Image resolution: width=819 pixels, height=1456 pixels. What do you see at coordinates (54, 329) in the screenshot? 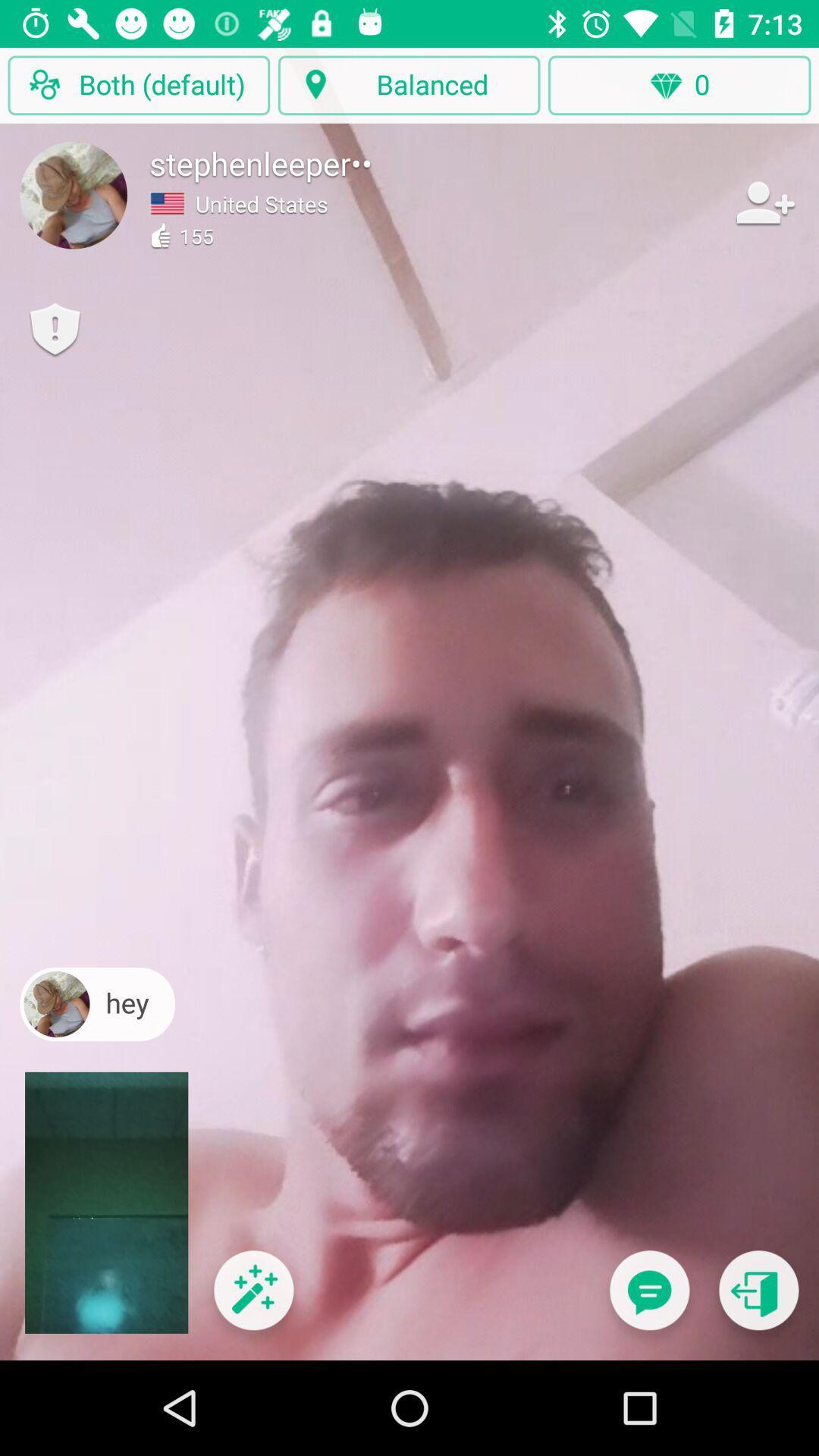
I see `the warning icon` at bounding box center [54, 329].